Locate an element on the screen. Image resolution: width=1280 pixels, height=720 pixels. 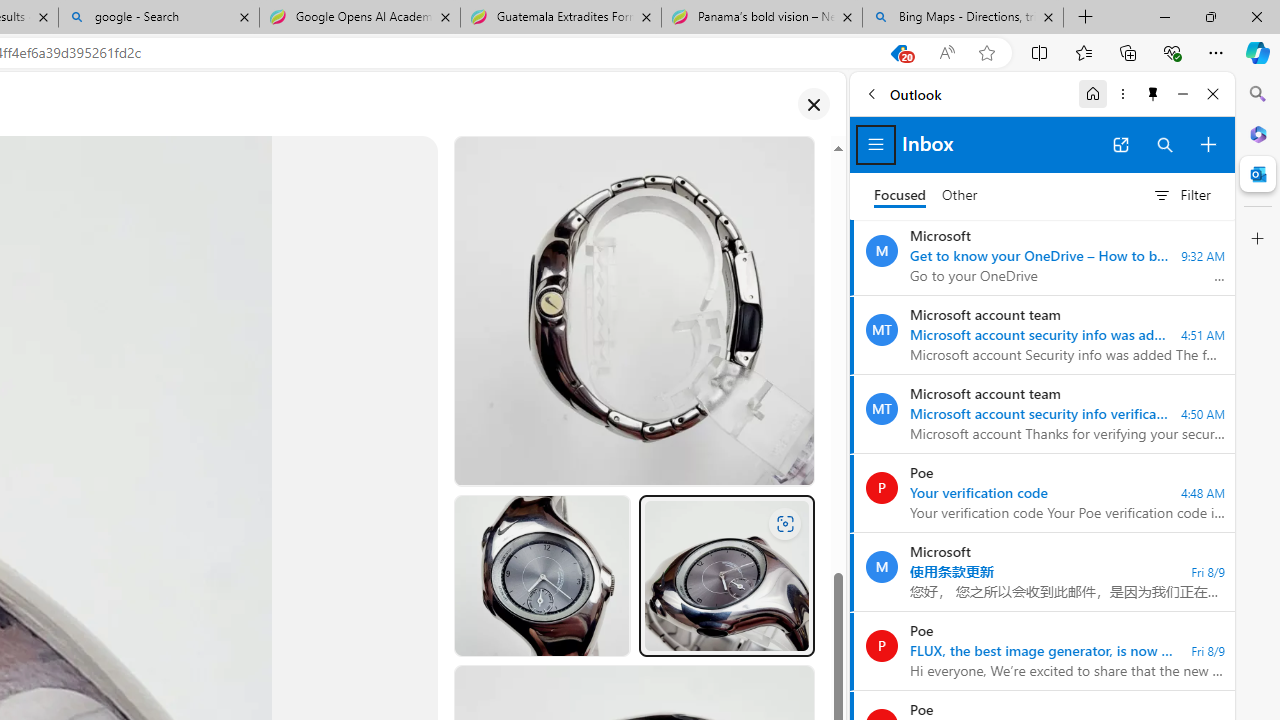
'Settings and more (Alt+F)' is located at coordinates (1215, 51).